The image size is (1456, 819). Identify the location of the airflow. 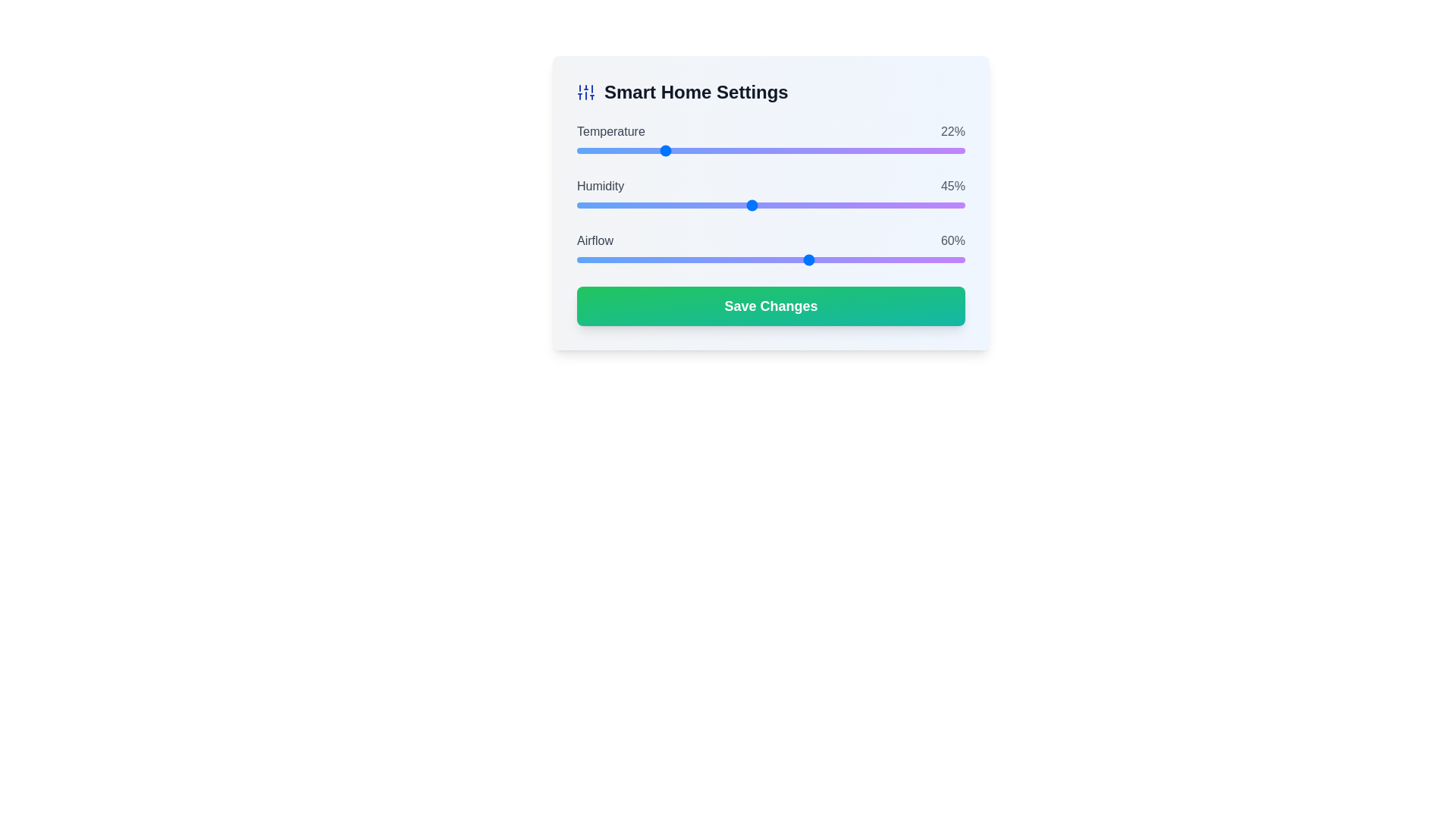
(887, 259).